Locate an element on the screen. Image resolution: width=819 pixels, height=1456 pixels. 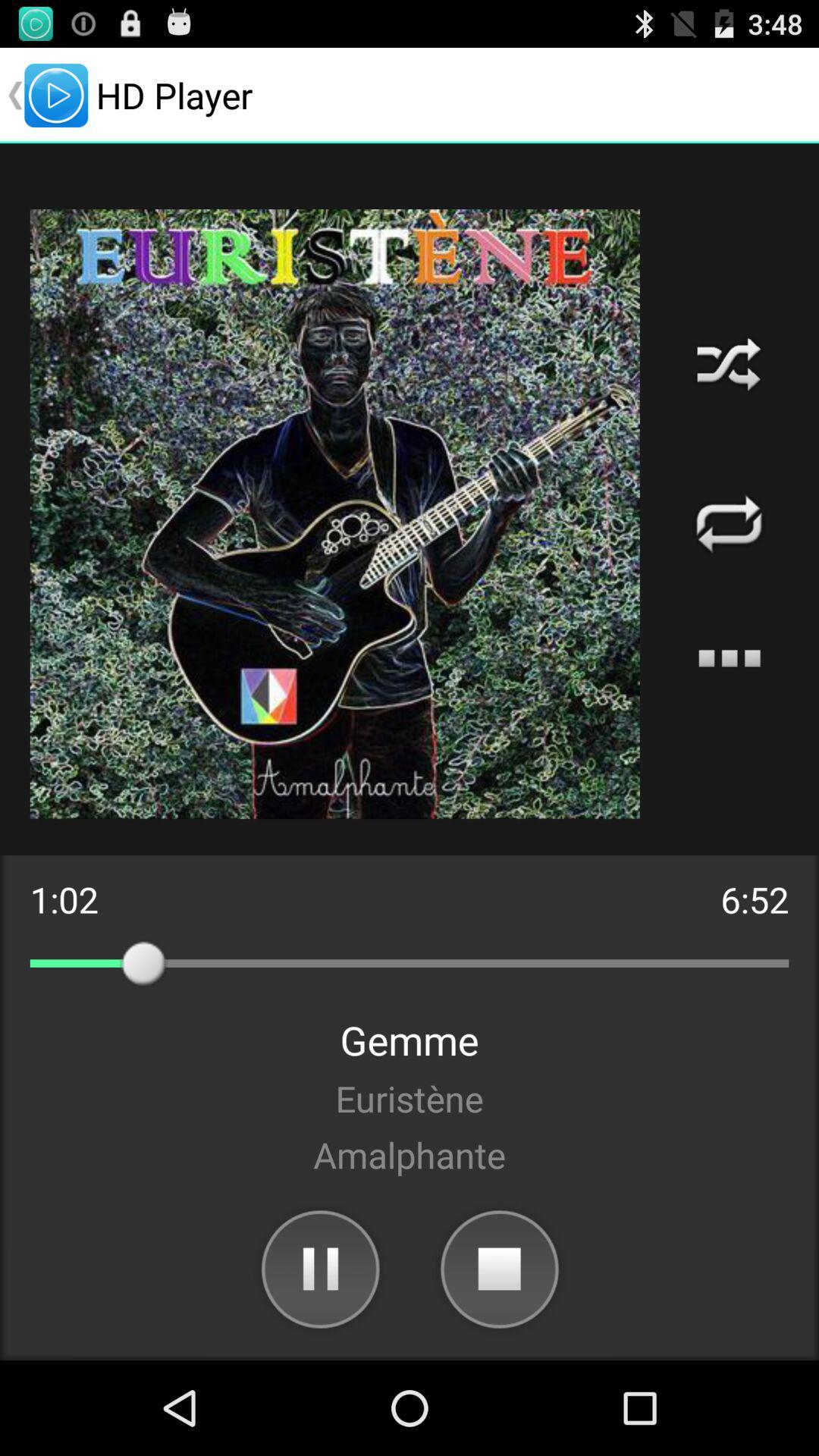
icon to the left of 6:52 icon is located at coordinates (63, 899).